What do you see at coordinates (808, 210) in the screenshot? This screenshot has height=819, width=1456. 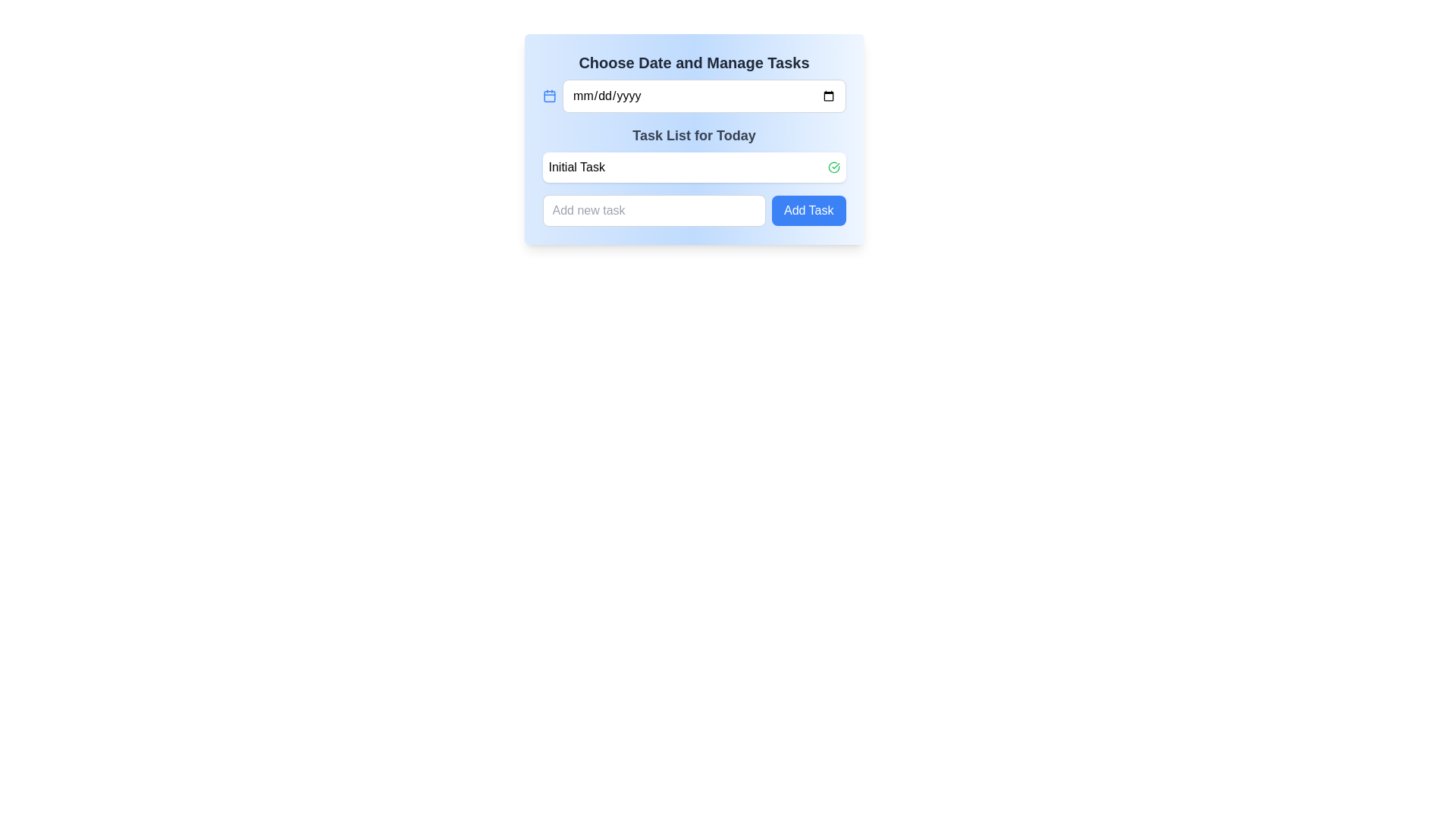 I see `the 'Add Task' button, which is a rectangular button with a blue background and white text, located to the immediate right of the task entry input field` at bounding box center [808, 210].